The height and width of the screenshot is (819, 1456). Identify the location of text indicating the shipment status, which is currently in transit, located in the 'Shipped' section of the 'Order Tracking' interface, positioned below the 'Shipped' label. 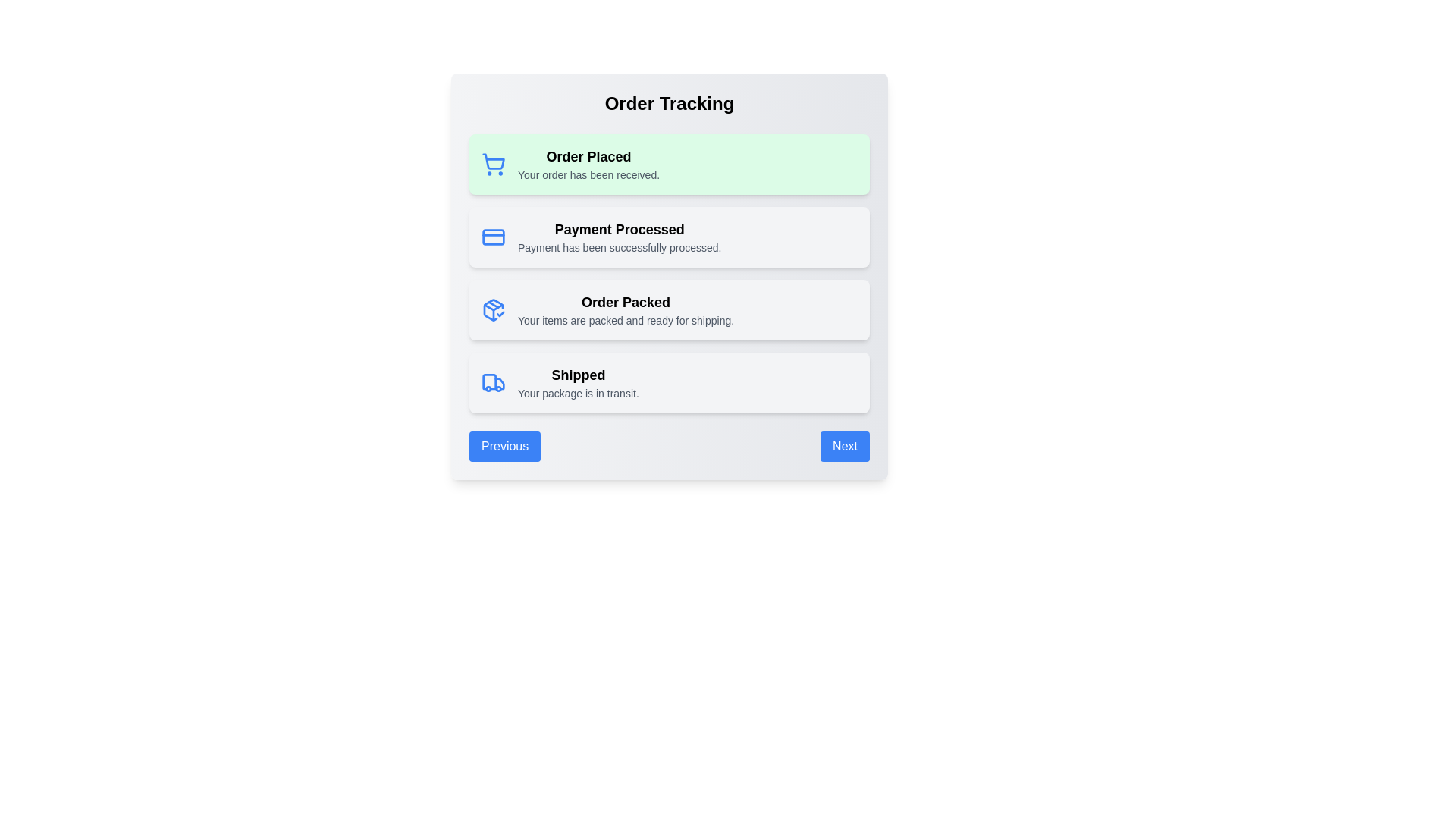
(577, 393).